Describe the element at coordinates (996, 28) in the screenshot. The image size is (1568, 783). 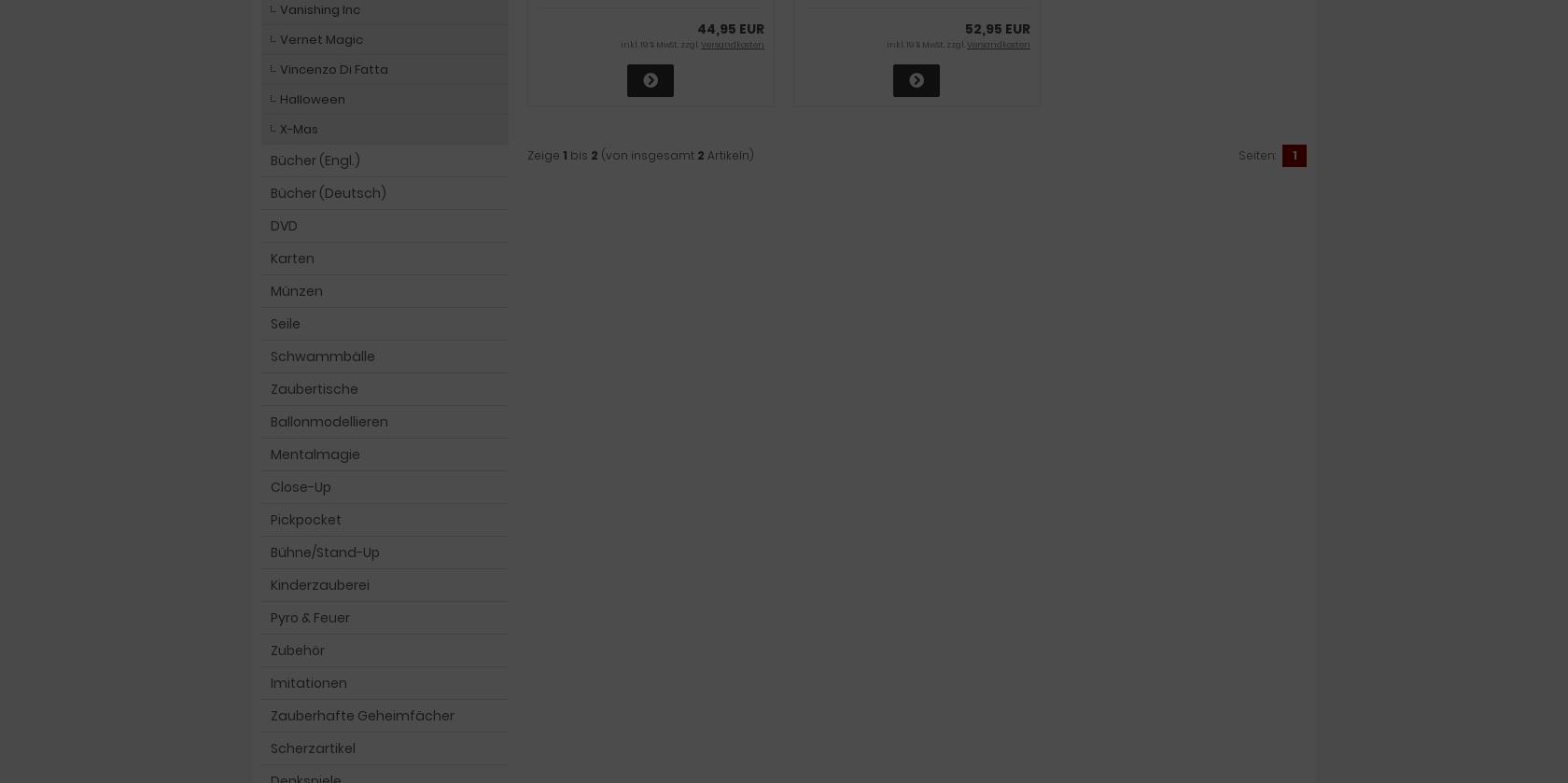
I see `'52,95 EUR'` at that location.